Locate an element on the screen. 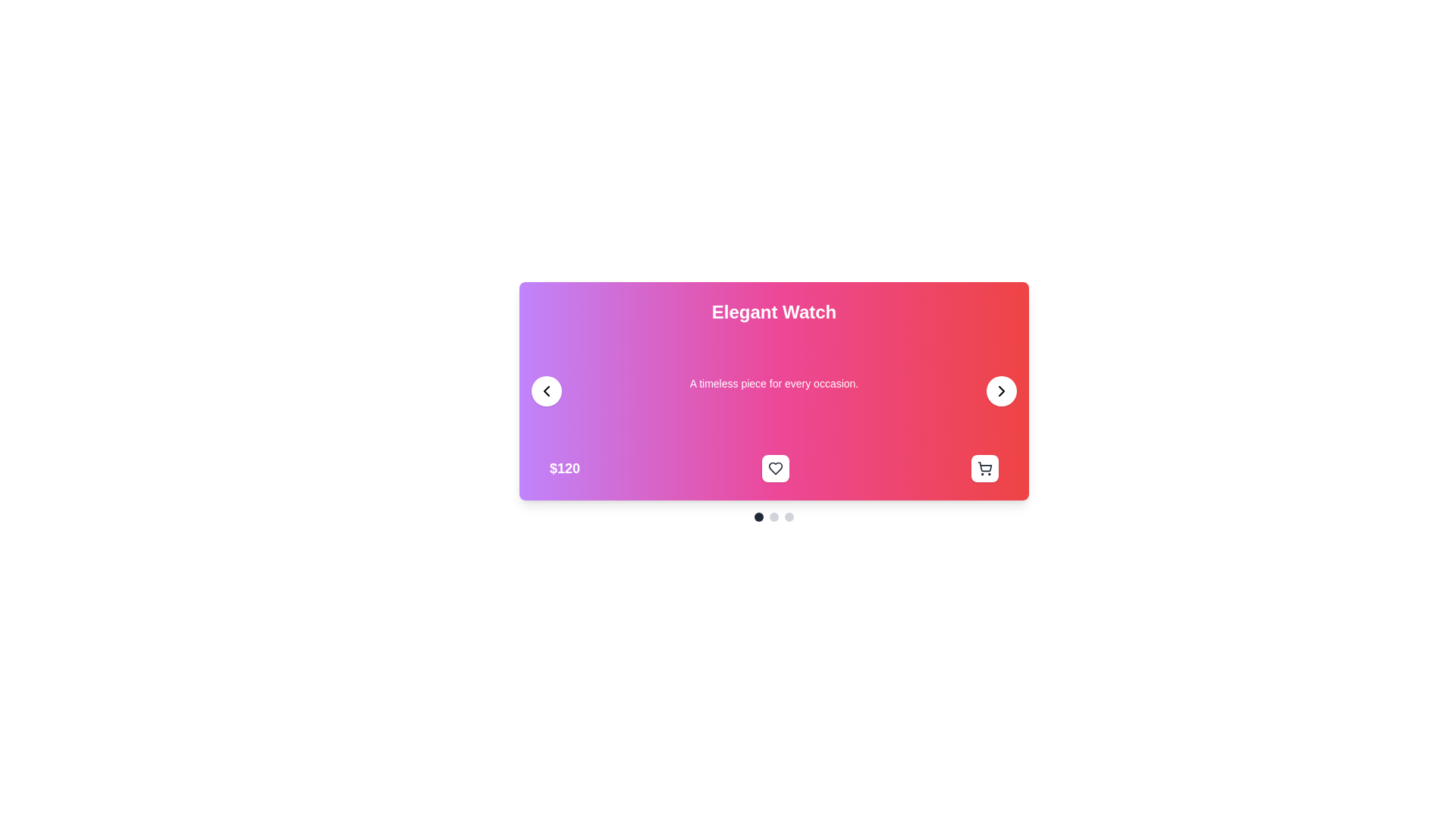  the right-pointing chevron icon located within the right-side circular button of the 'Elegant Watch' gradient-colored card is located at coordinates (1001, 391).